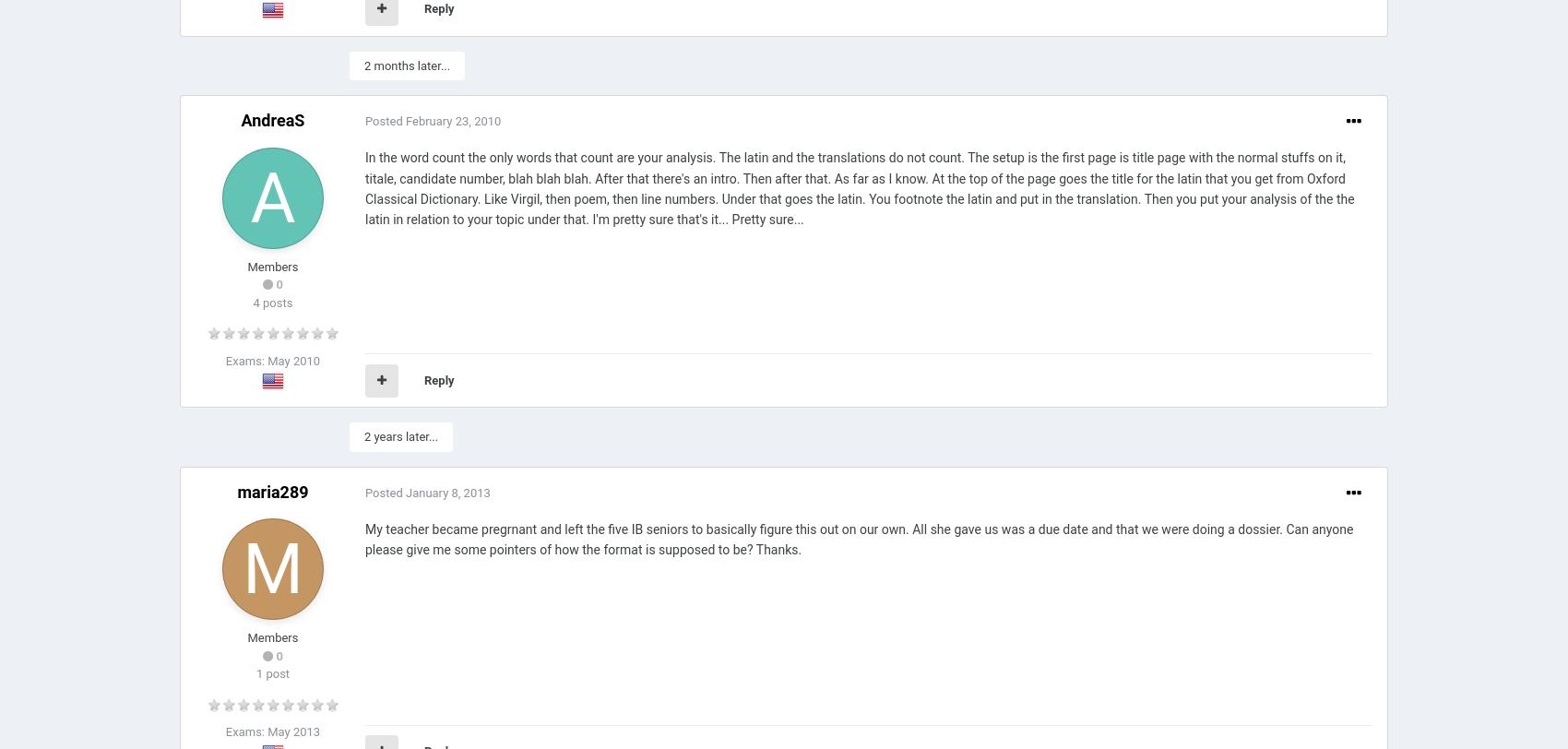  Describe the element at coordinates (452, 121) in the screenshot. I see `'February 23, 2010'` at that location.